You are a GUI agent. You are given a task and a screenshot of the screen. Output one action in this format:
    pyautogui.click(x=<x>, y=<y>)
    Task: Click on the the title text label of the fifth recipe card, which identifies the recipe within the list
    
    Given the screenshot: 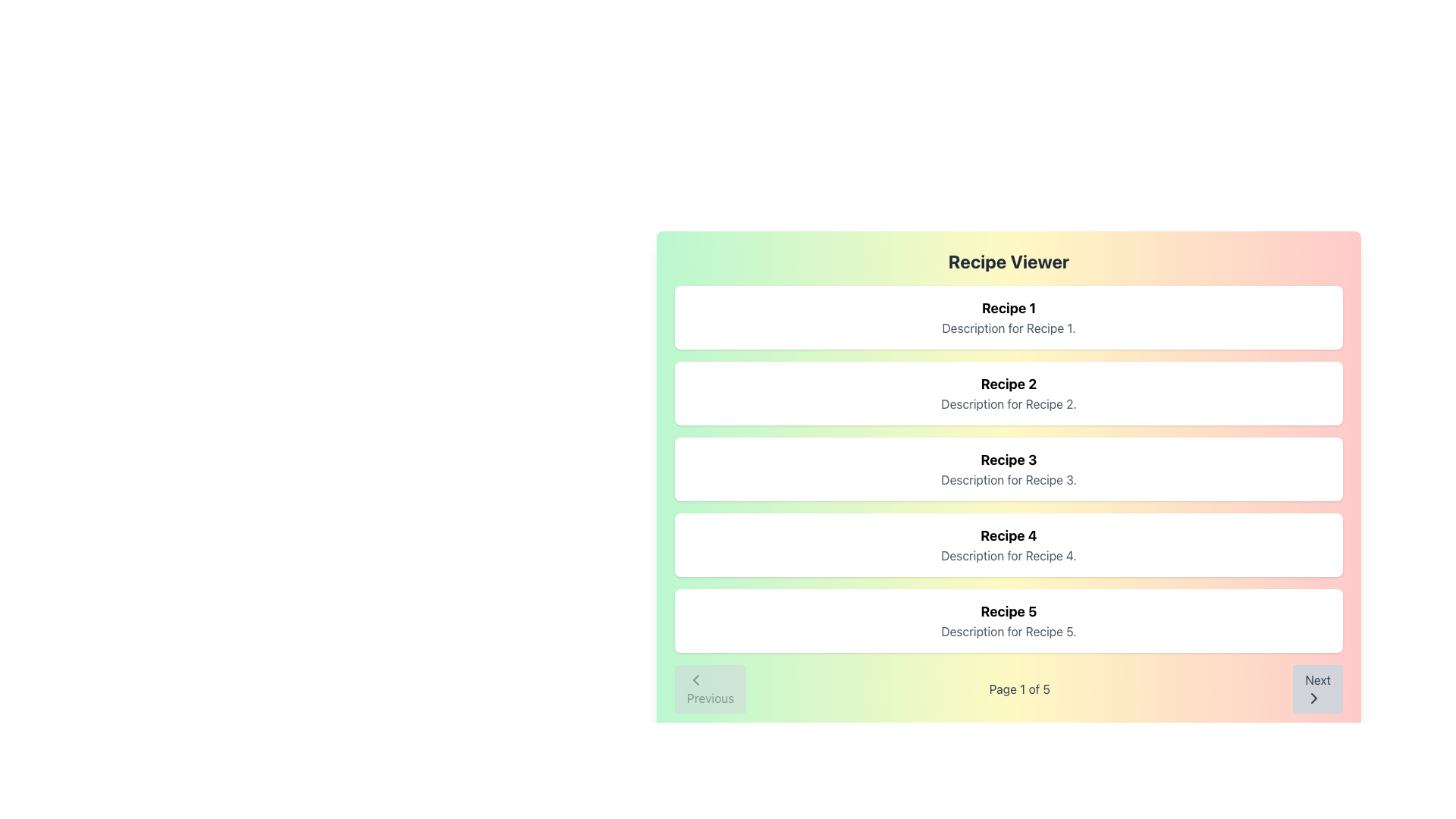 What is the action you would take?
    pyautogui.click(x=1009, y=610)
    